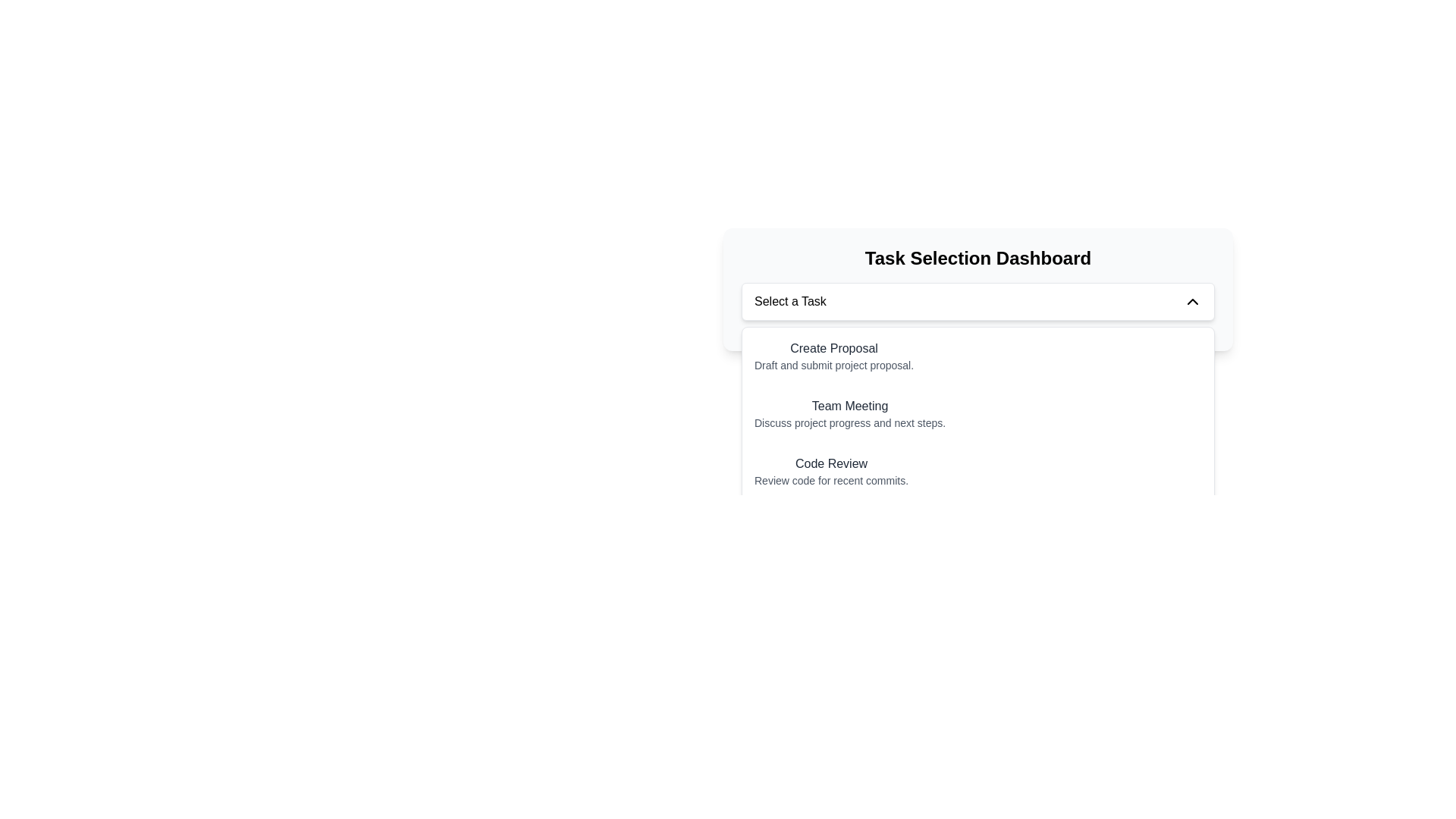 The image size is (1456, 819). Describe the element at coordinates (978, 356) in the screenshot. I see `the first menu item in the vertical list for creating a proposal` at that location.